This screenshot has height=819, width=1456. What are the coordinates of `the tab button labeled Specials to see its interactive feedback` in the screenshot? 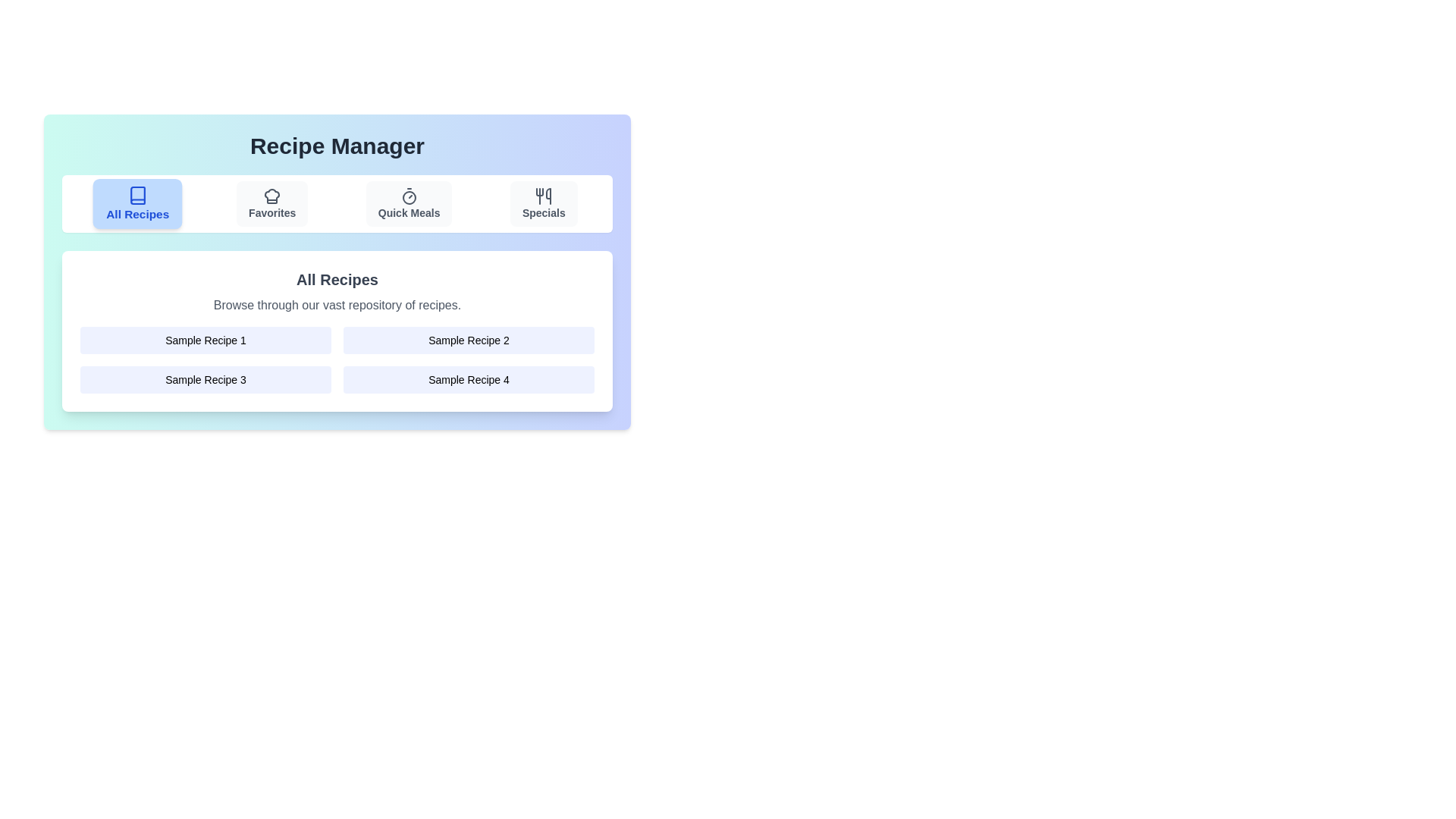 It's located at (544, 203).